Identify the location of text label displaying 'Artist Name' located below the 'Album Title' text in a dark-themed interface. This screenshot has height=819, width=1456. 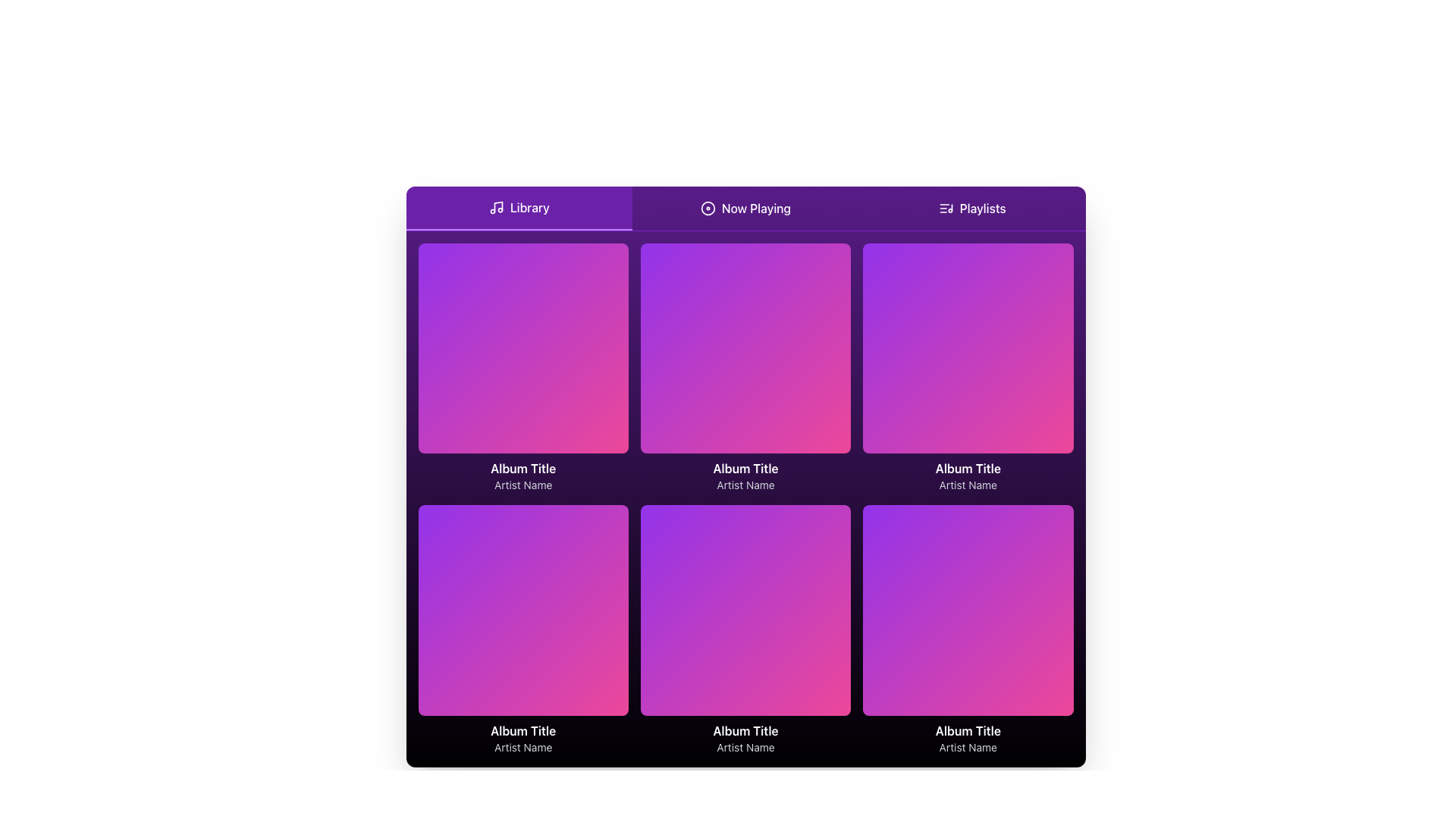
(745, 746).